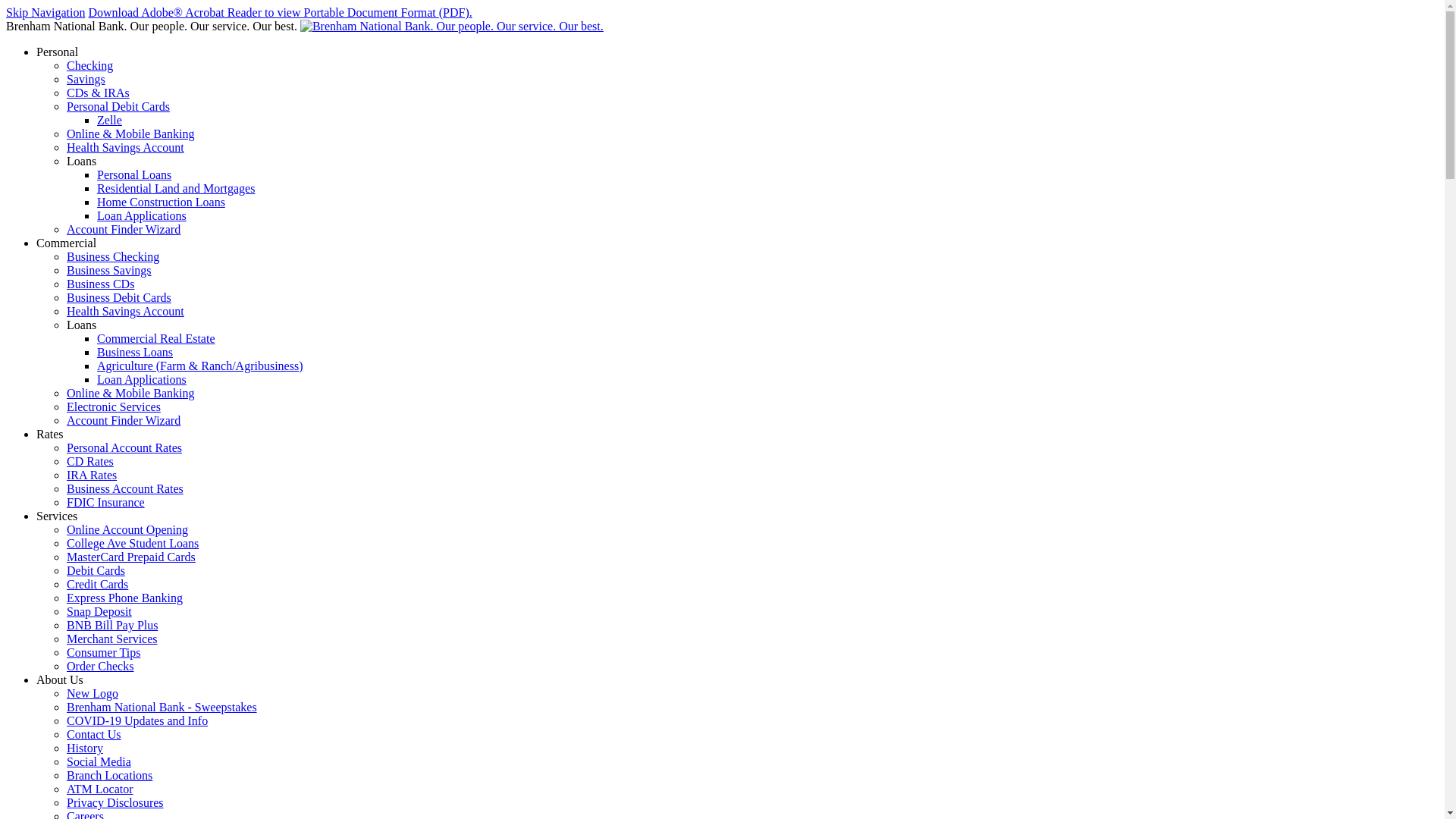  I want to click on 'Debit Cards', so click(95, 570).